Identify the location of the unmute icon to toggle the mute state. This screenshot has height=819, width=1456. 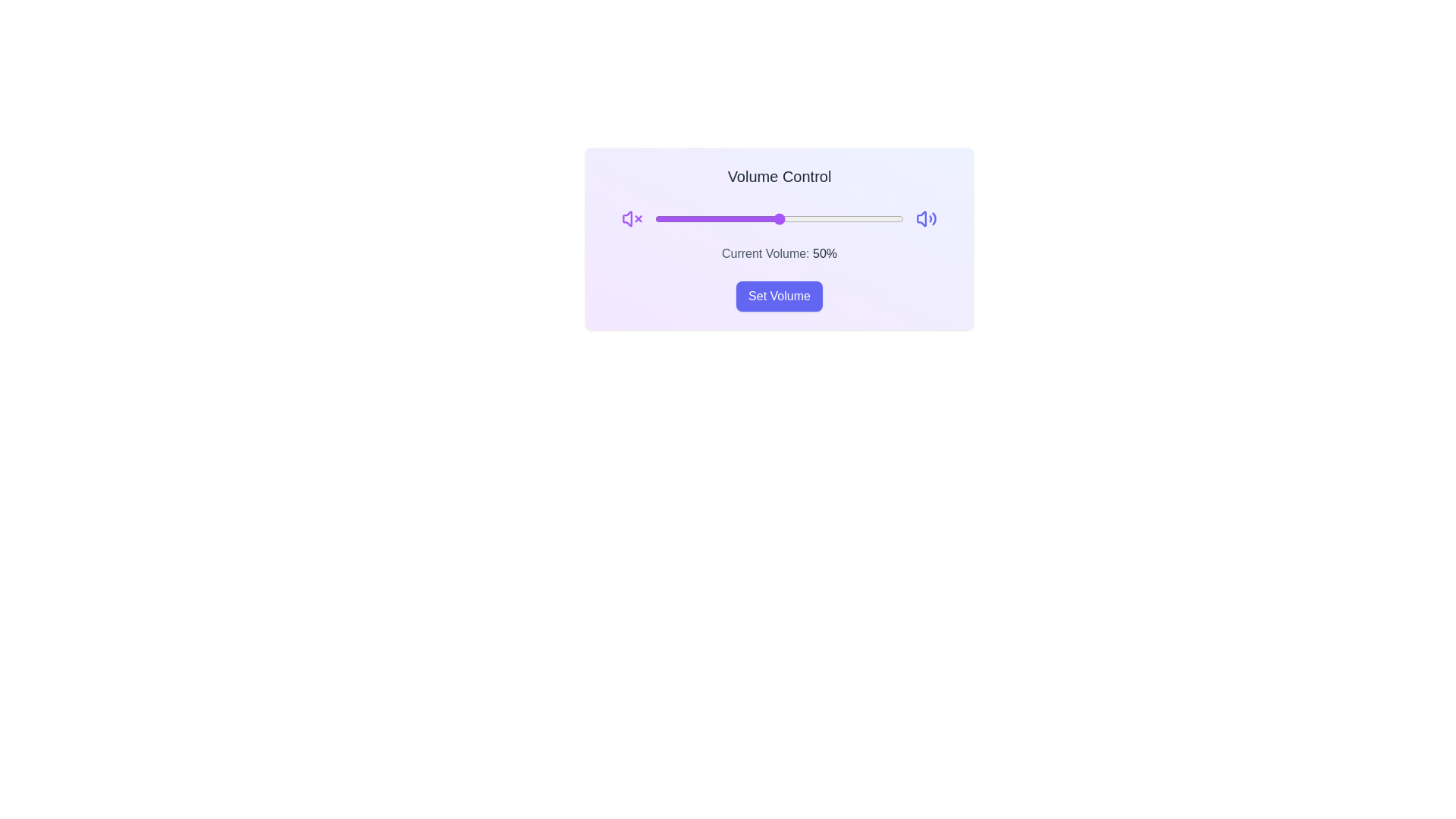
(925, 219).